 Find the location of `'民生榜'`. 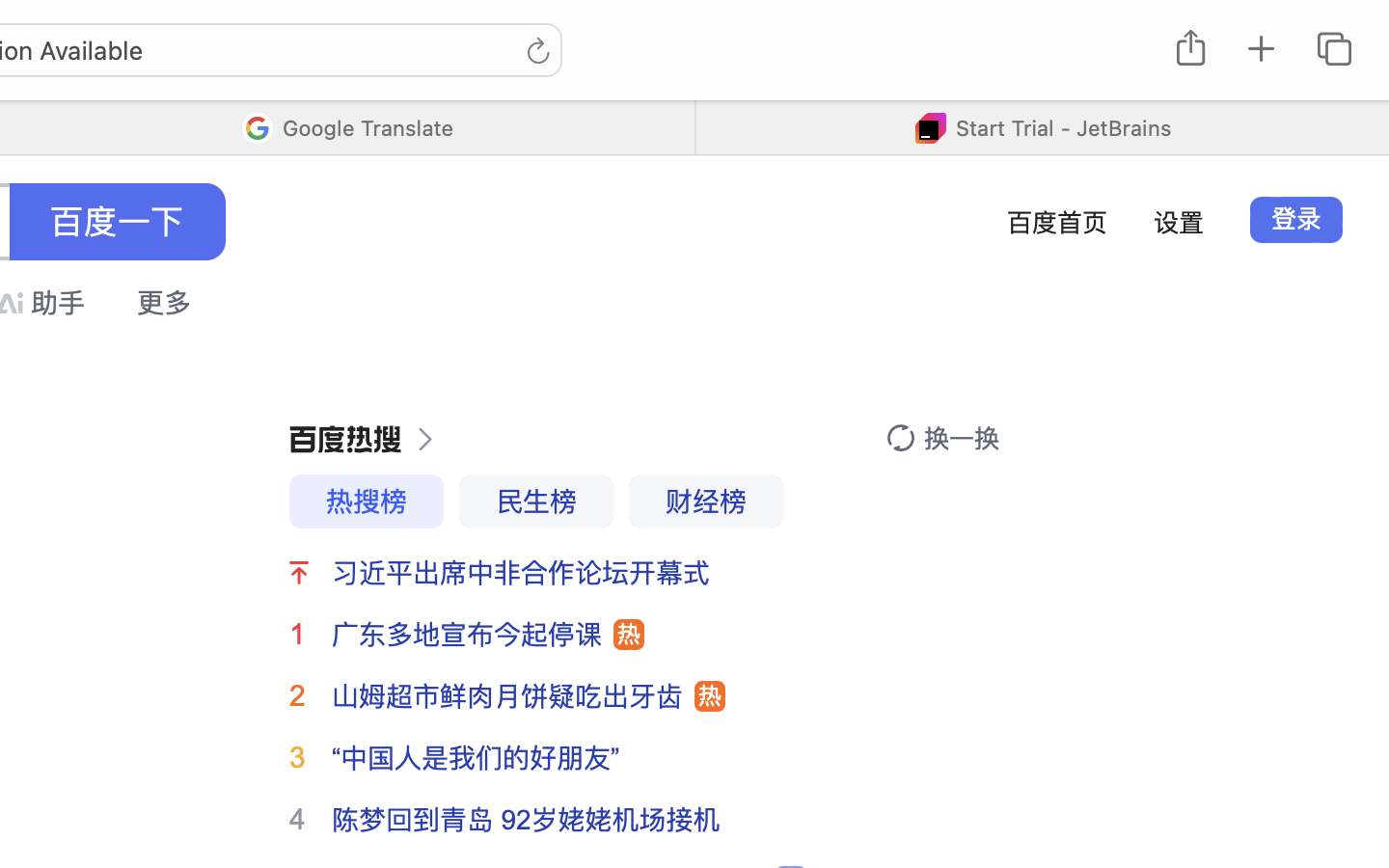

'民生榜' is located at coordinates (535, 501).